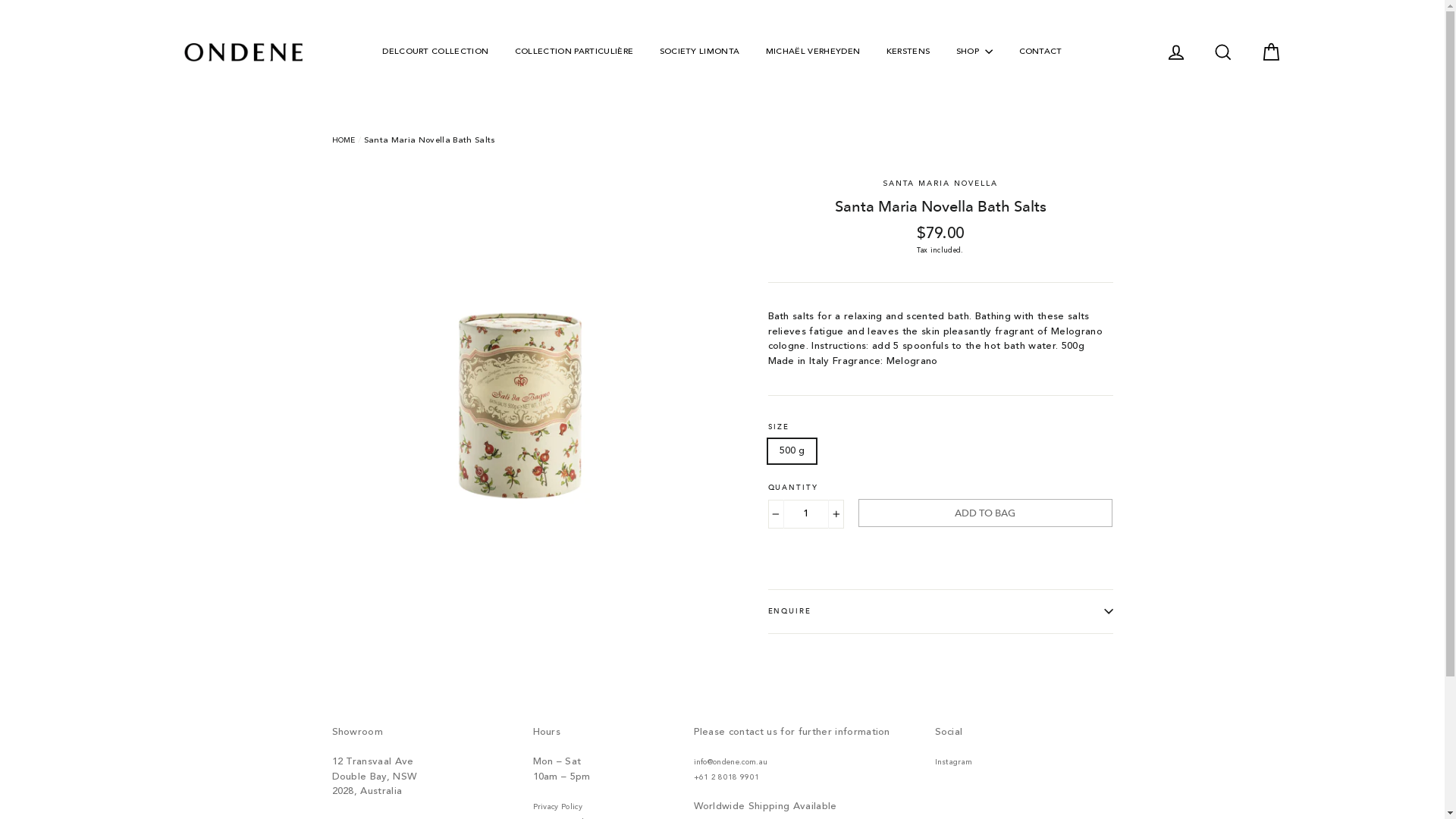 This screenshot has height=819, width=1456. What do you see at coordinates (1222, 52) in the screenshot?
I see `'Search'` at bounding box center [1222, 52].